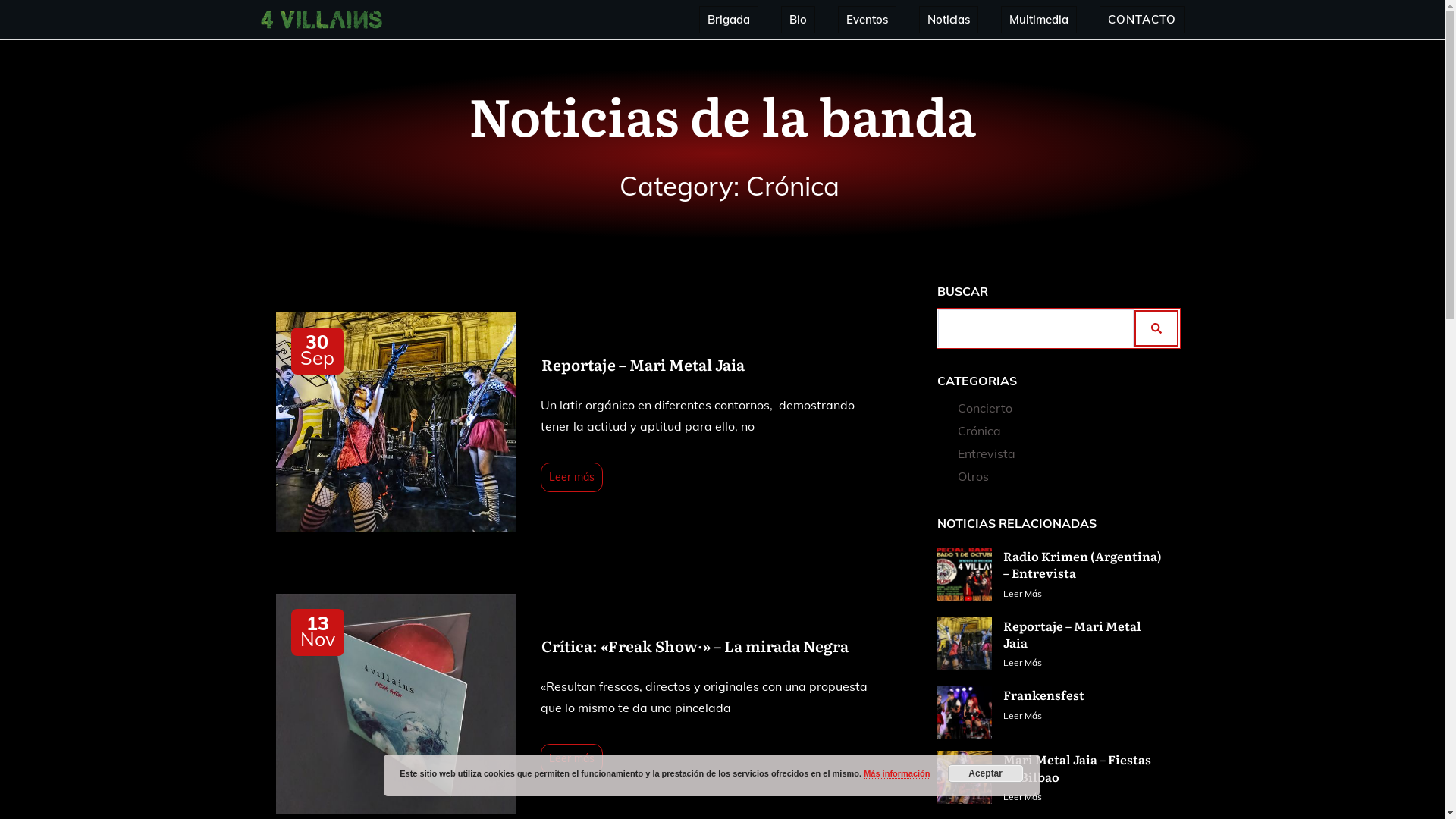 The image size is (1456, 819). What do you see at coordinates (956, 407) in the screenshot?
I see `'Concierto'` at bounding box center [956, 407].